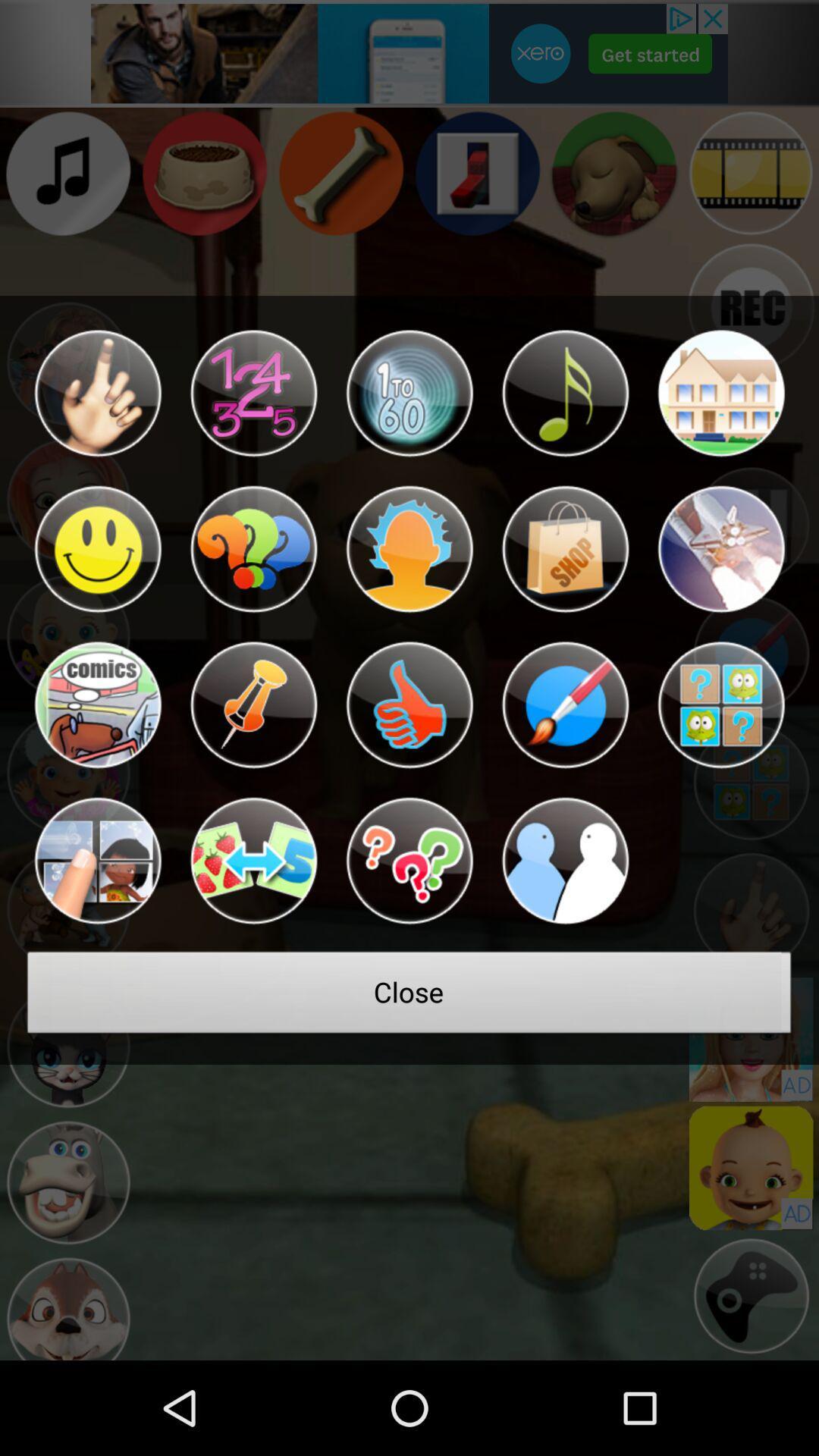  What do you see at coordinates (565, 921) in the screenshot?
I see `the group icon` at bounding box center [565, 921].